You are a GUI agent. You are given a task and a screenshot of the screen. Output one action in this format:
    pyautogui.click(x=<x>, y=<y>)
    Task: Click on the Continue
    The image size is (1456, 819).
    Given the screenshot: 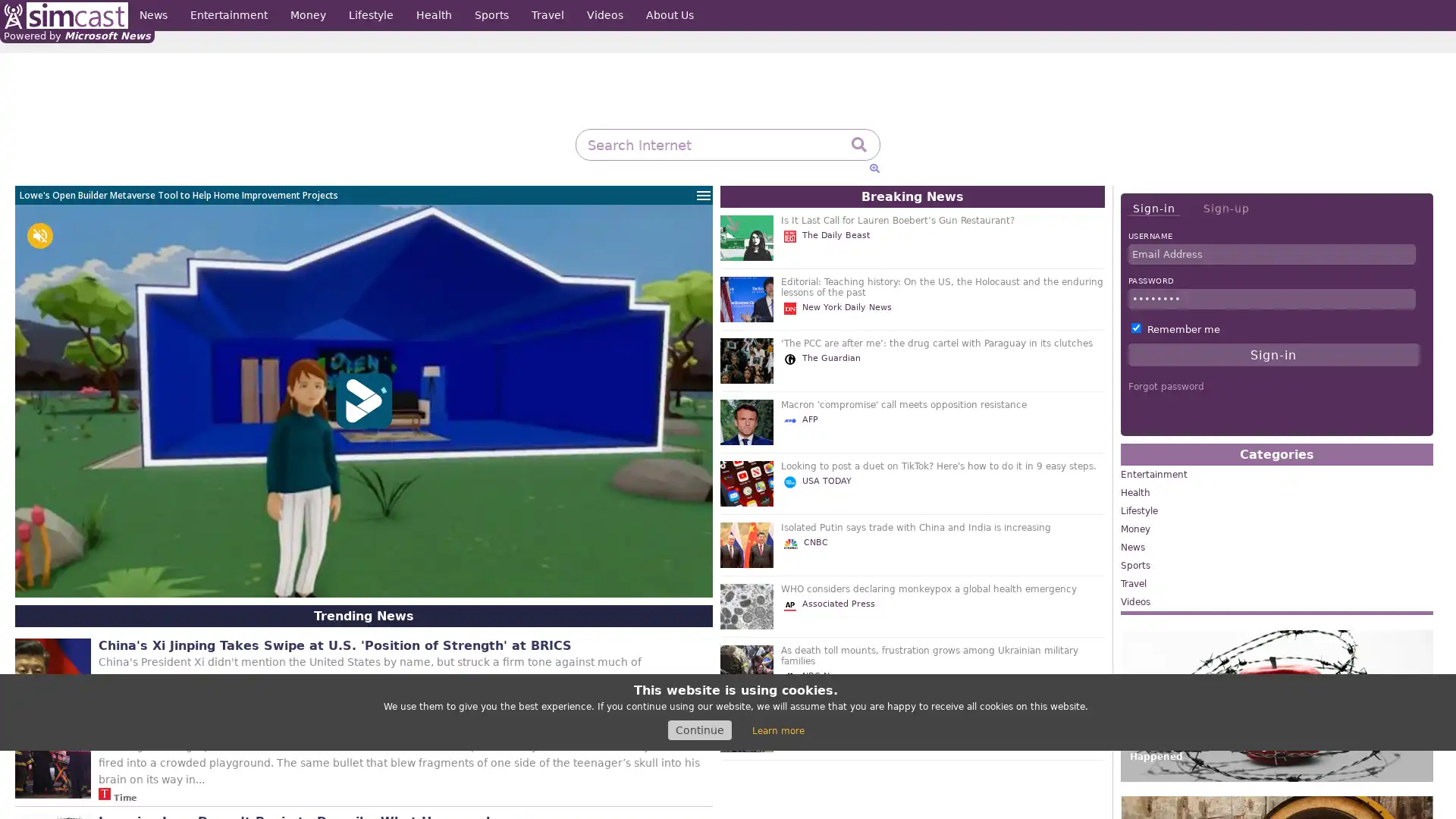 What is the action you would take?
    pyautogui.click(x=698, y=730)
    